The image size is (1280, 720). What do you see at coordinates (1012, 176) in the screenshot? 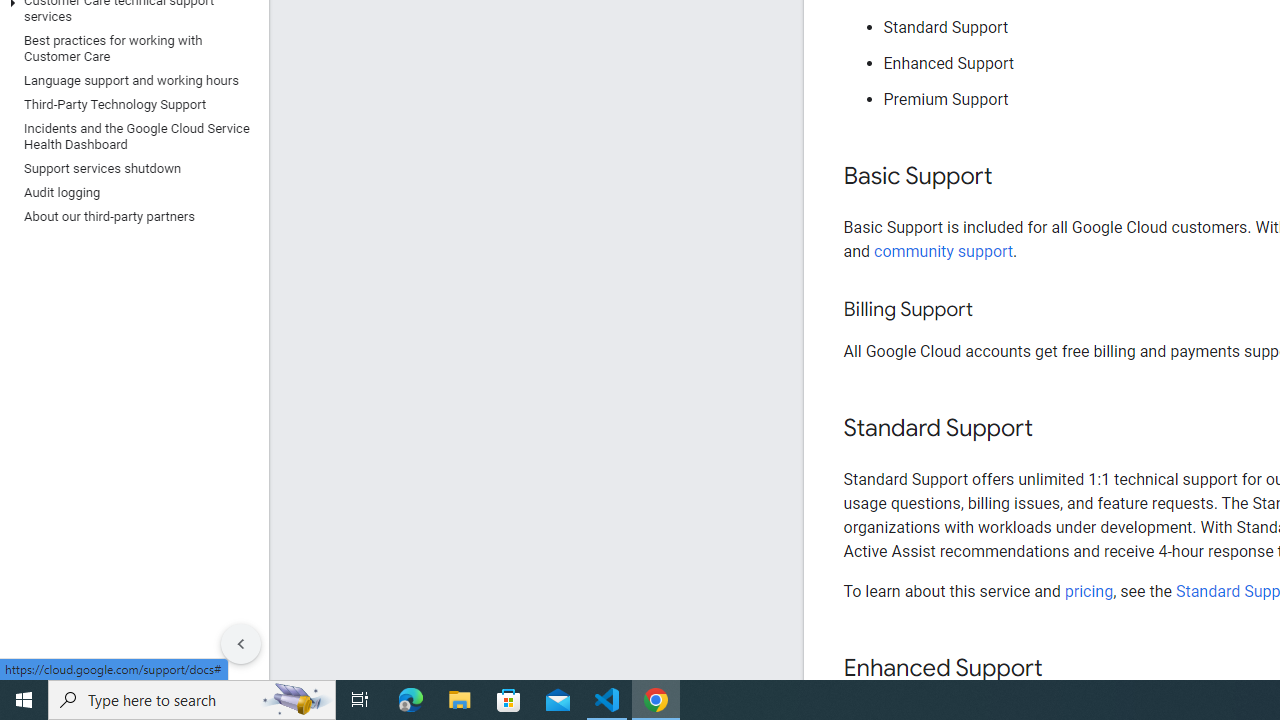
I see `'Copy link to this section: Basic Support'` at bounding box center [1012, 176].